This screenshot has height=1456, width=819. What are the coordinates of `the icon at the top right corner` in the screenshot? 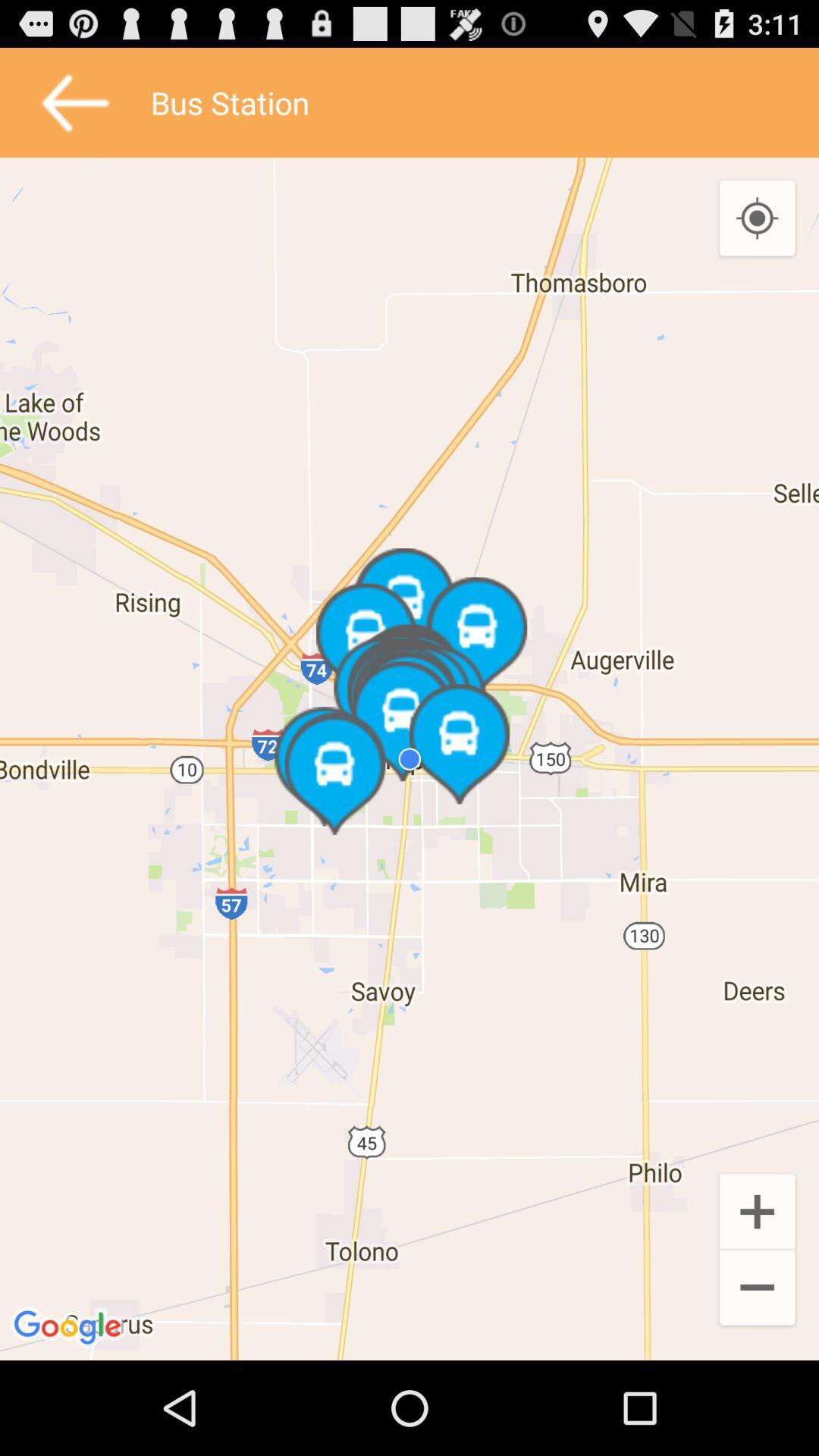 It's located at (757, 218).